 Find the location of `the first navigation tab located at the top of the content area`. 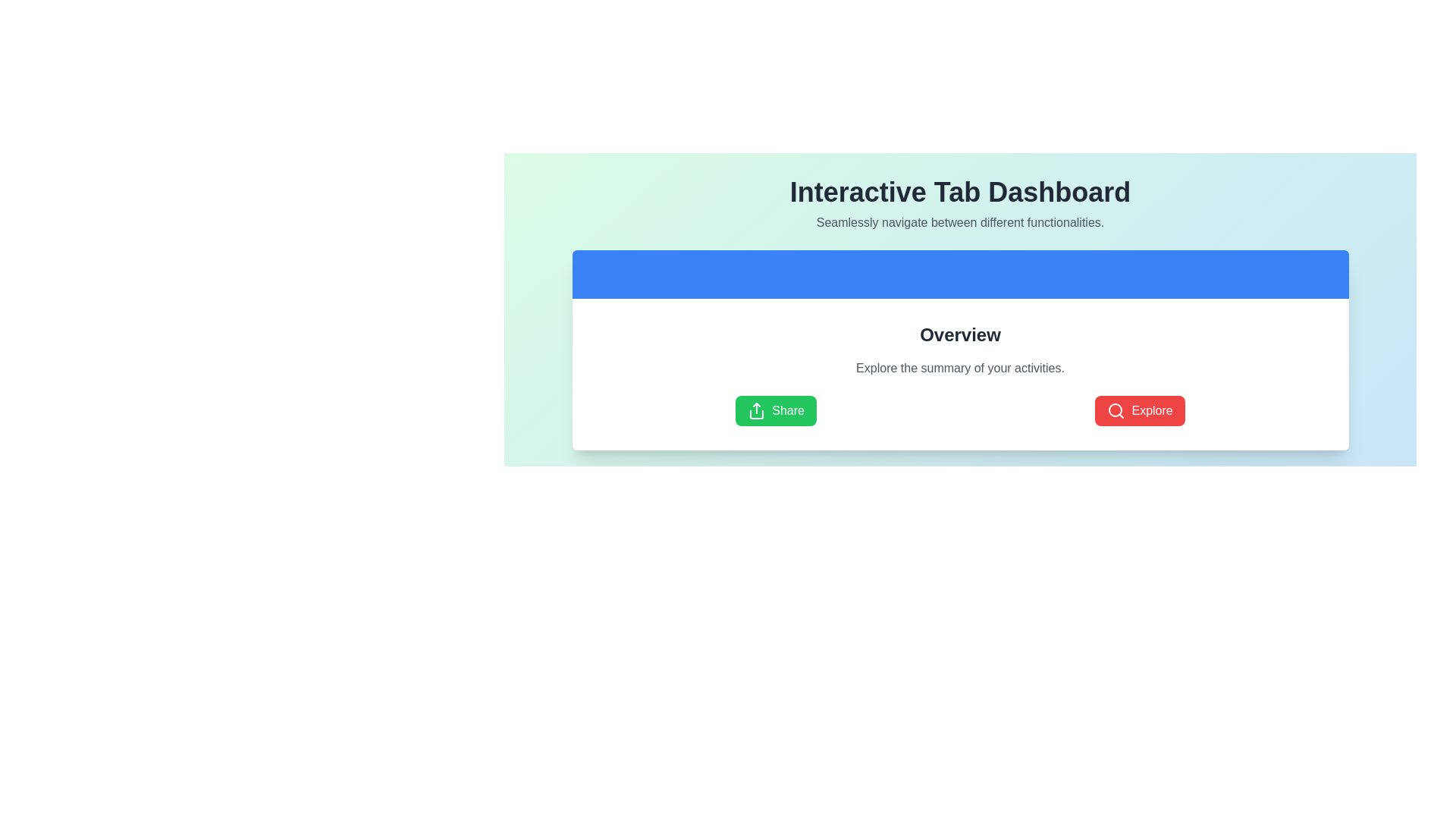

the first navigation tab located at the top of the content area is located at coordinates (668, 275).